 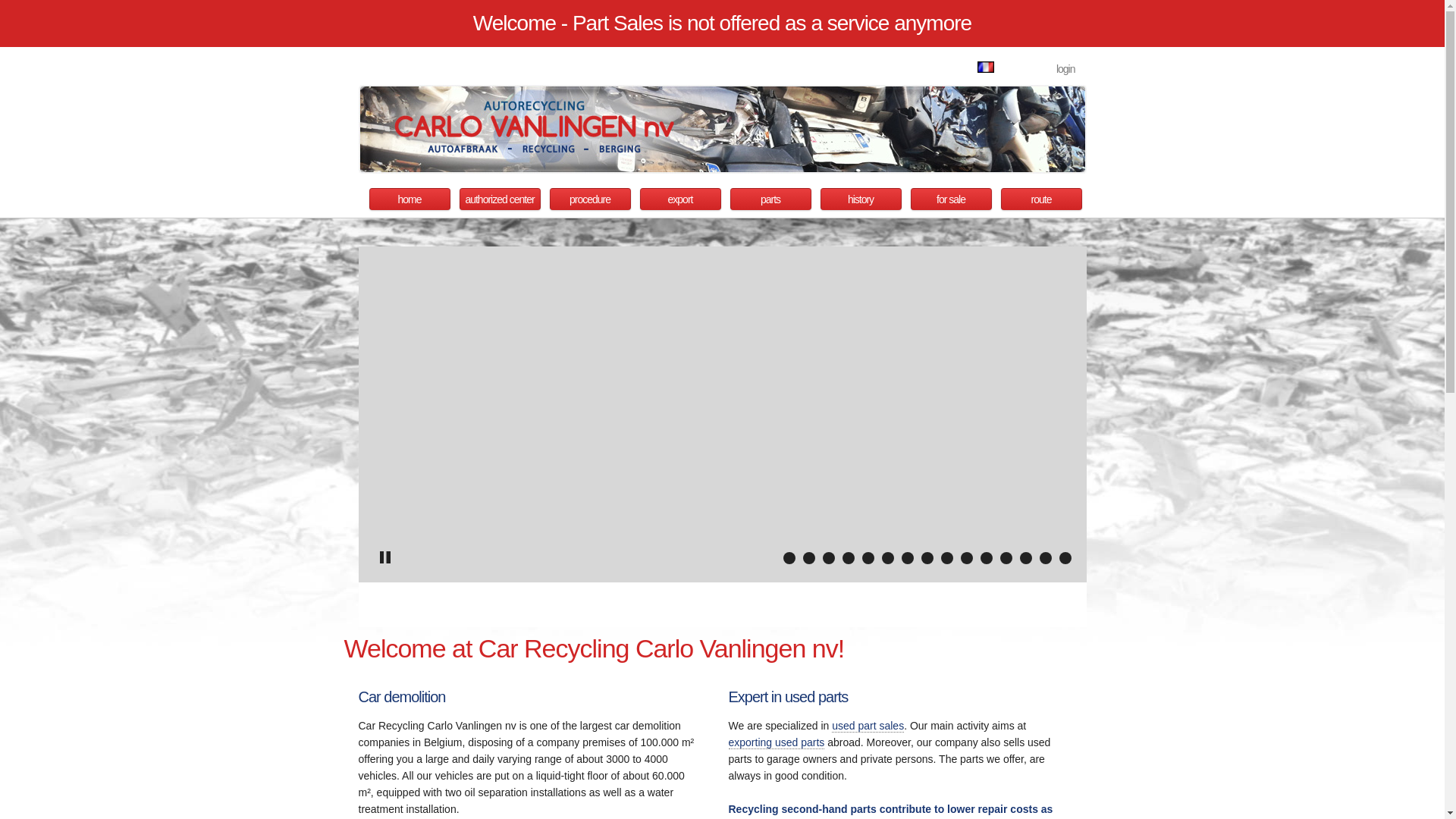 I want to click on 'exporting used parts', so click(x=776, y=742).